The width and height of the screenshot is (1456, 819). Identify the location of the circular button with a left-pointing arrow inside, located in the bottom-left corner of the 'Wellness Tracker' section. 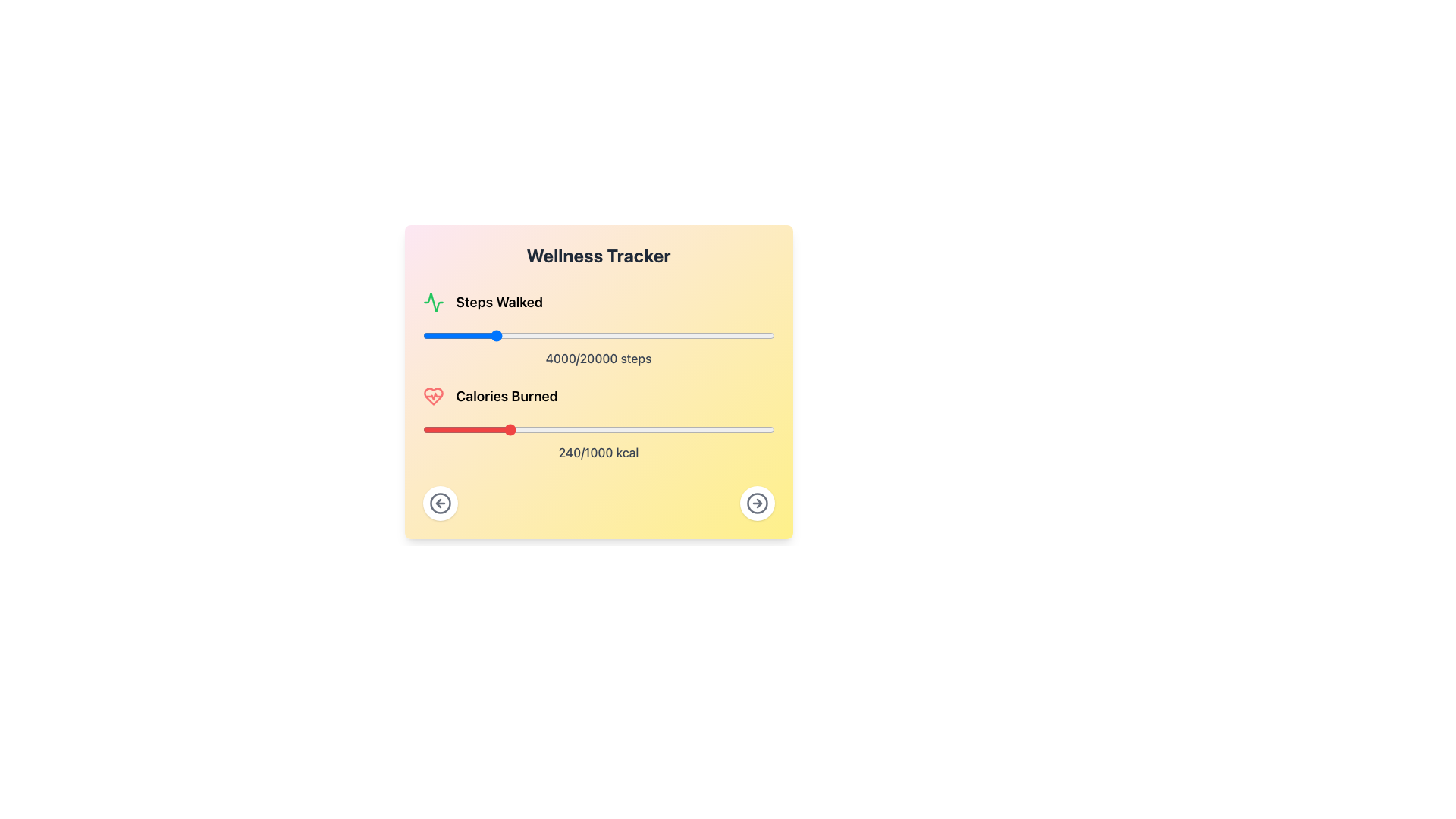
(439, 503).